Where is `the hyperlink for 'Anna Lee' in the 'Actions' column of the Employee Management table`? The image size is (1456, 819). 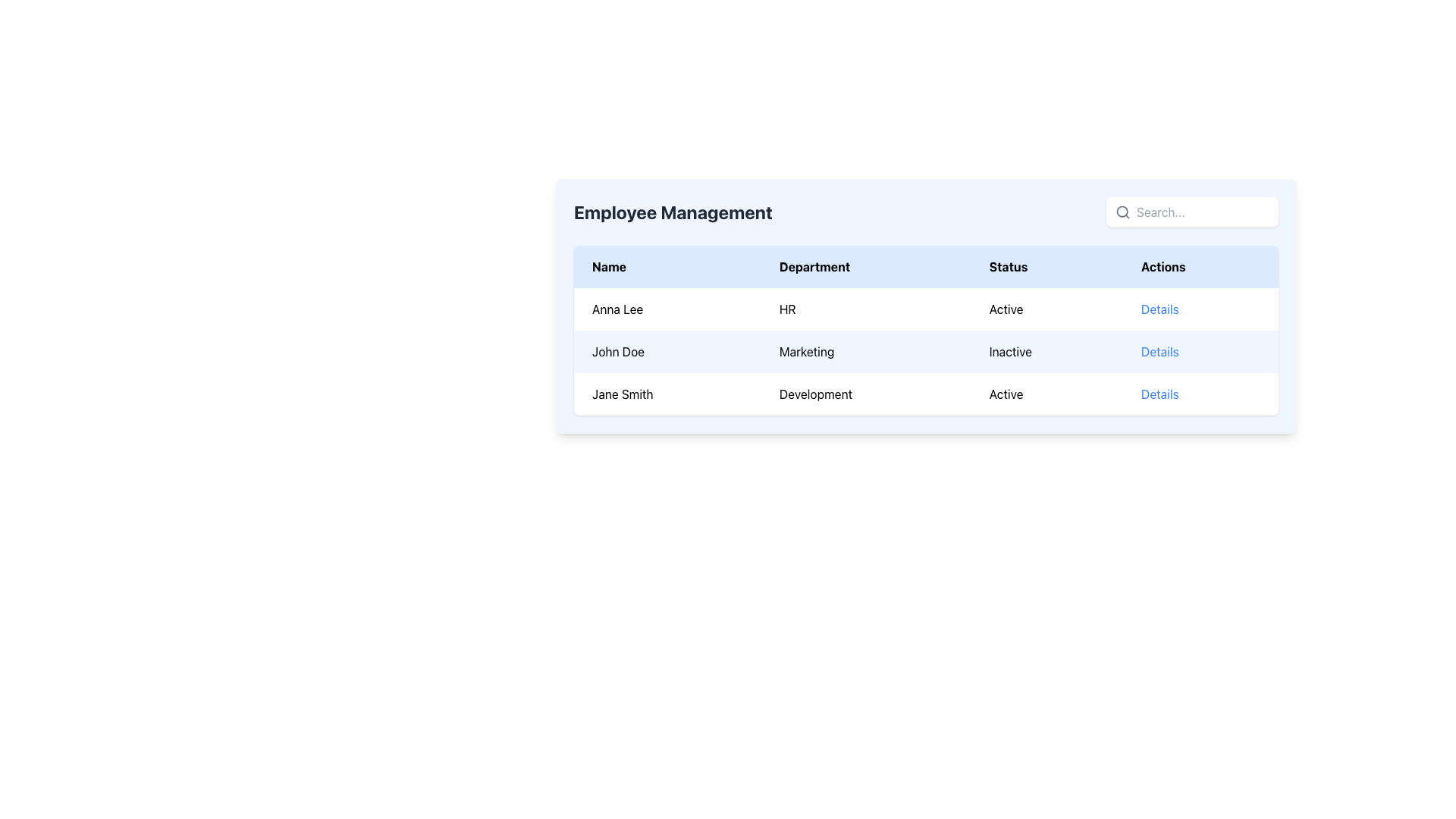
the hyperlink for 'Anna Lee' in the 'Actions' column of the Employee Management table is located at coordinates (1200, 309).